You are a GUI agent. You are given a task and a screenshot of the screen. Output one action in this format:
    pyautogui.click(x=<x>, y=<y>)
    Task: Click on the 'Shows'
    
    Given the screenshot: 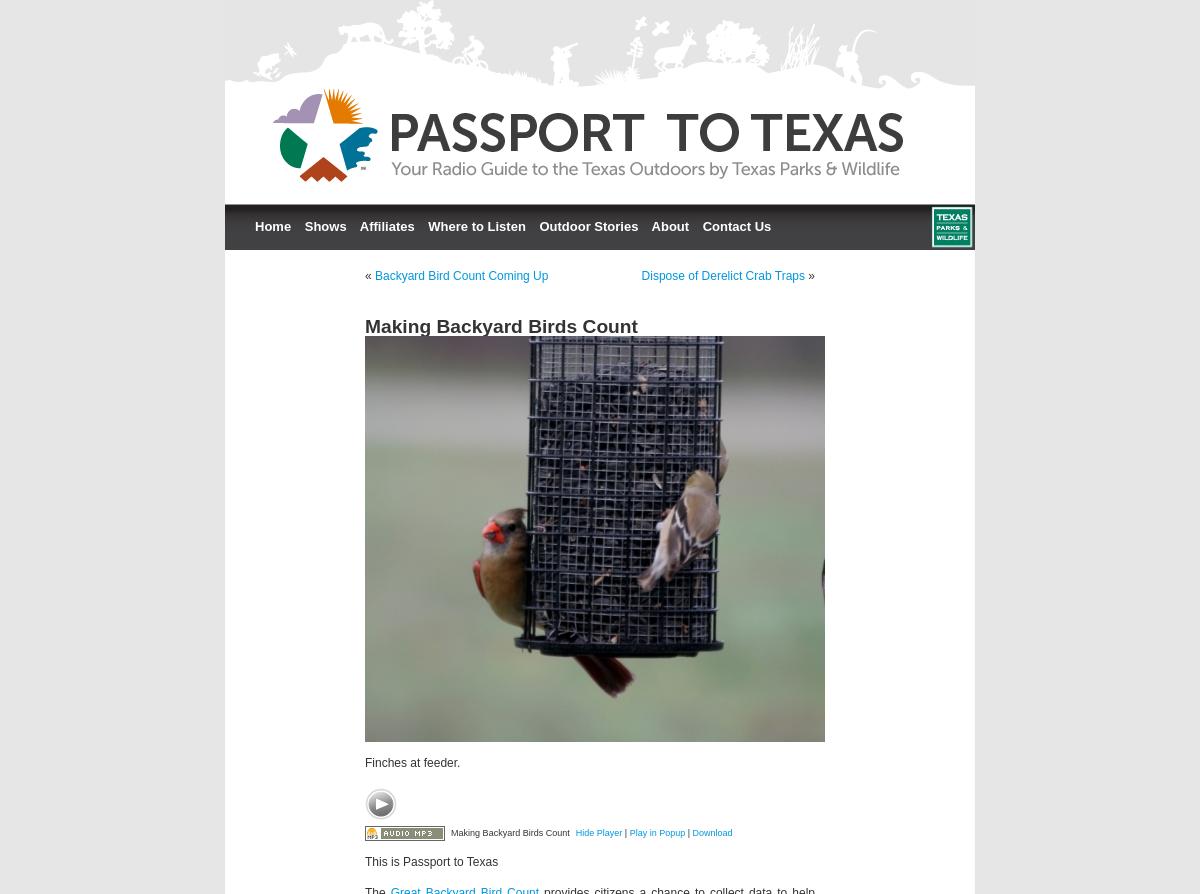 What is the action you would take?
    pyautogui.click(x=324, y=225)
    